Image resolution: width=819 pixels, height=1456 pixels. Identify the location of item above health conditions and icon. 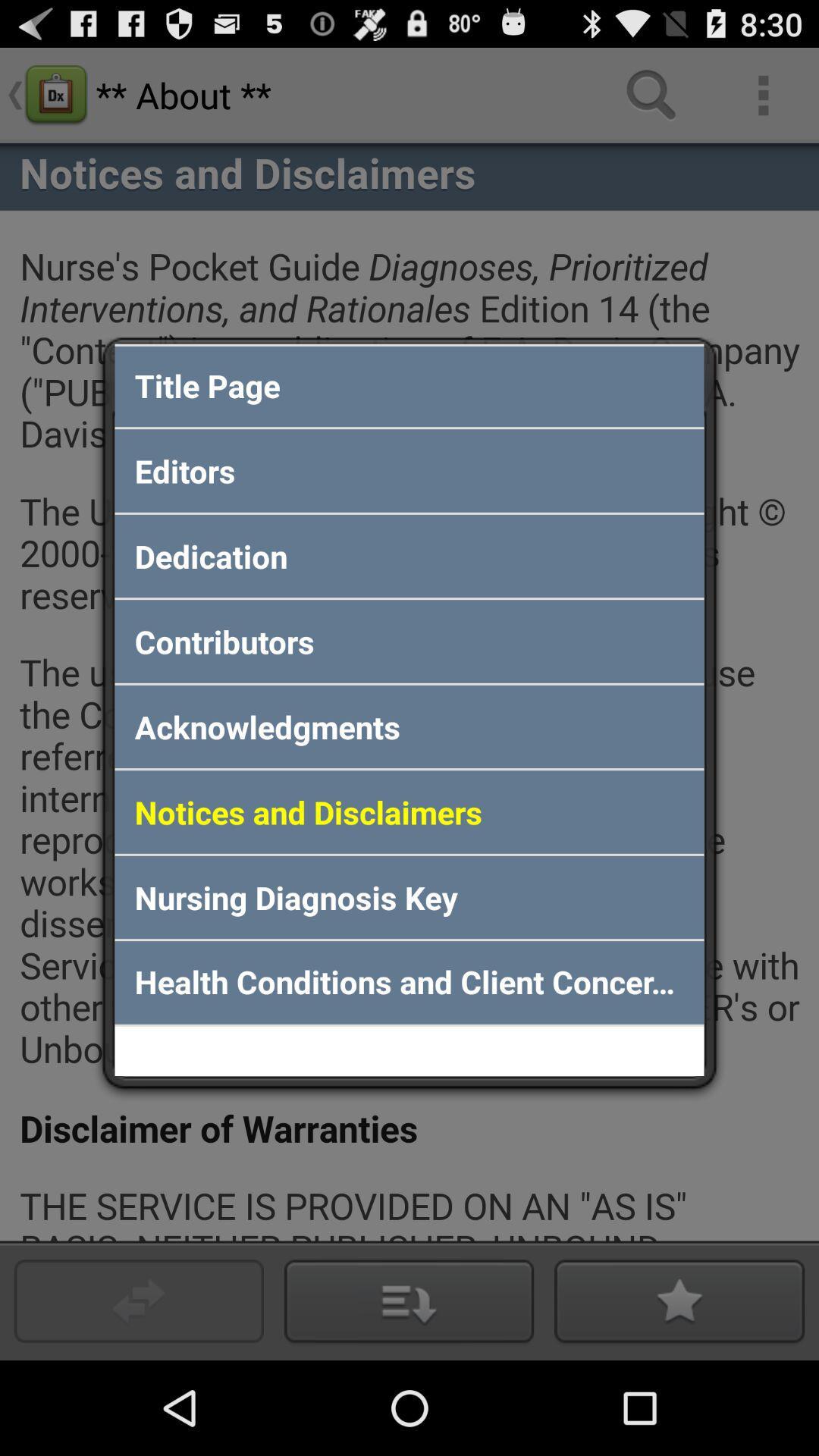
(409, 897).